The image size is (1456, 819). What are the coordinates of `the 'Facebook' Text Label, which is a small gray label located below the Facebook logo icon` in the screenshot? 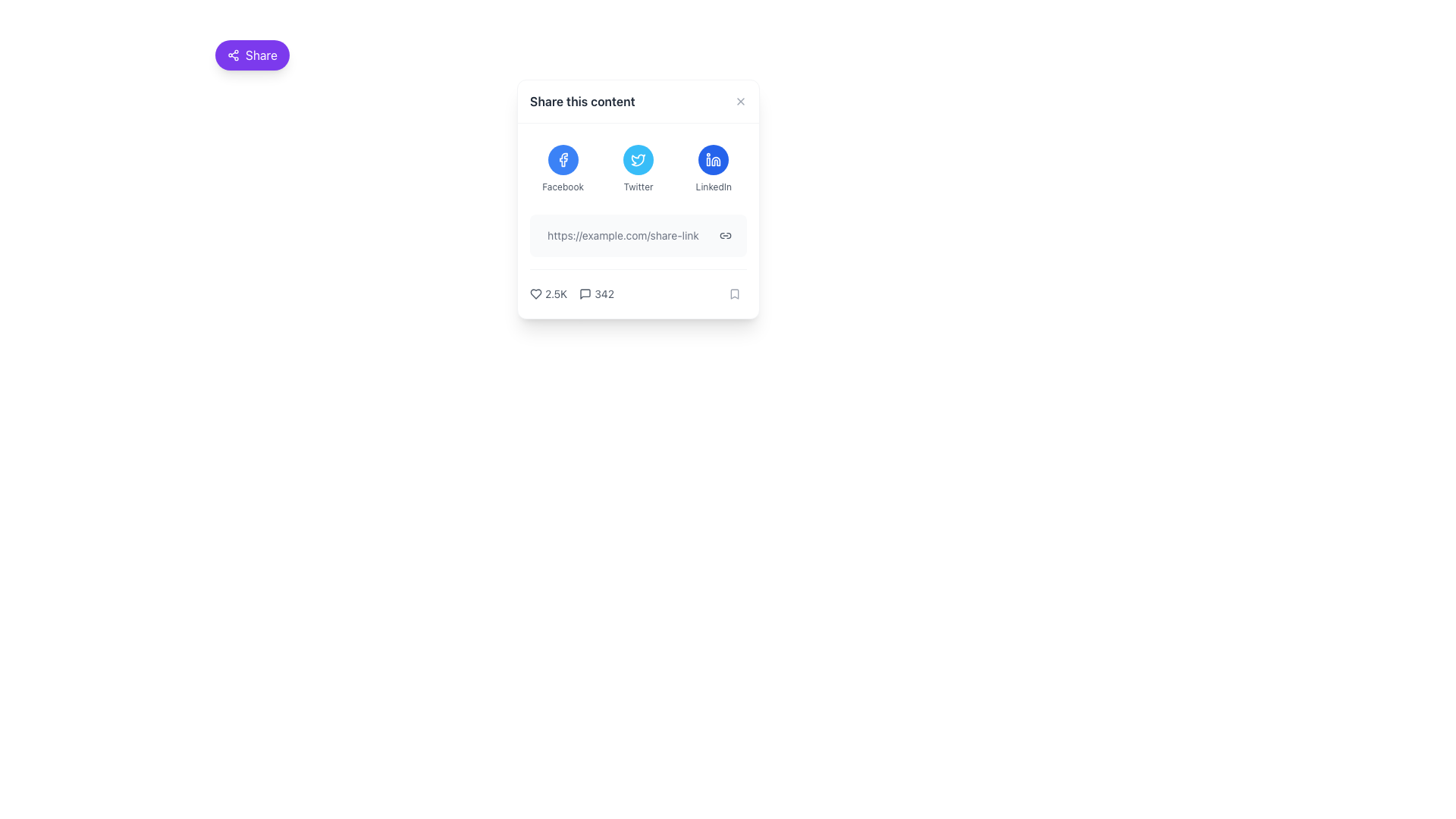 It's located at (562, 186).